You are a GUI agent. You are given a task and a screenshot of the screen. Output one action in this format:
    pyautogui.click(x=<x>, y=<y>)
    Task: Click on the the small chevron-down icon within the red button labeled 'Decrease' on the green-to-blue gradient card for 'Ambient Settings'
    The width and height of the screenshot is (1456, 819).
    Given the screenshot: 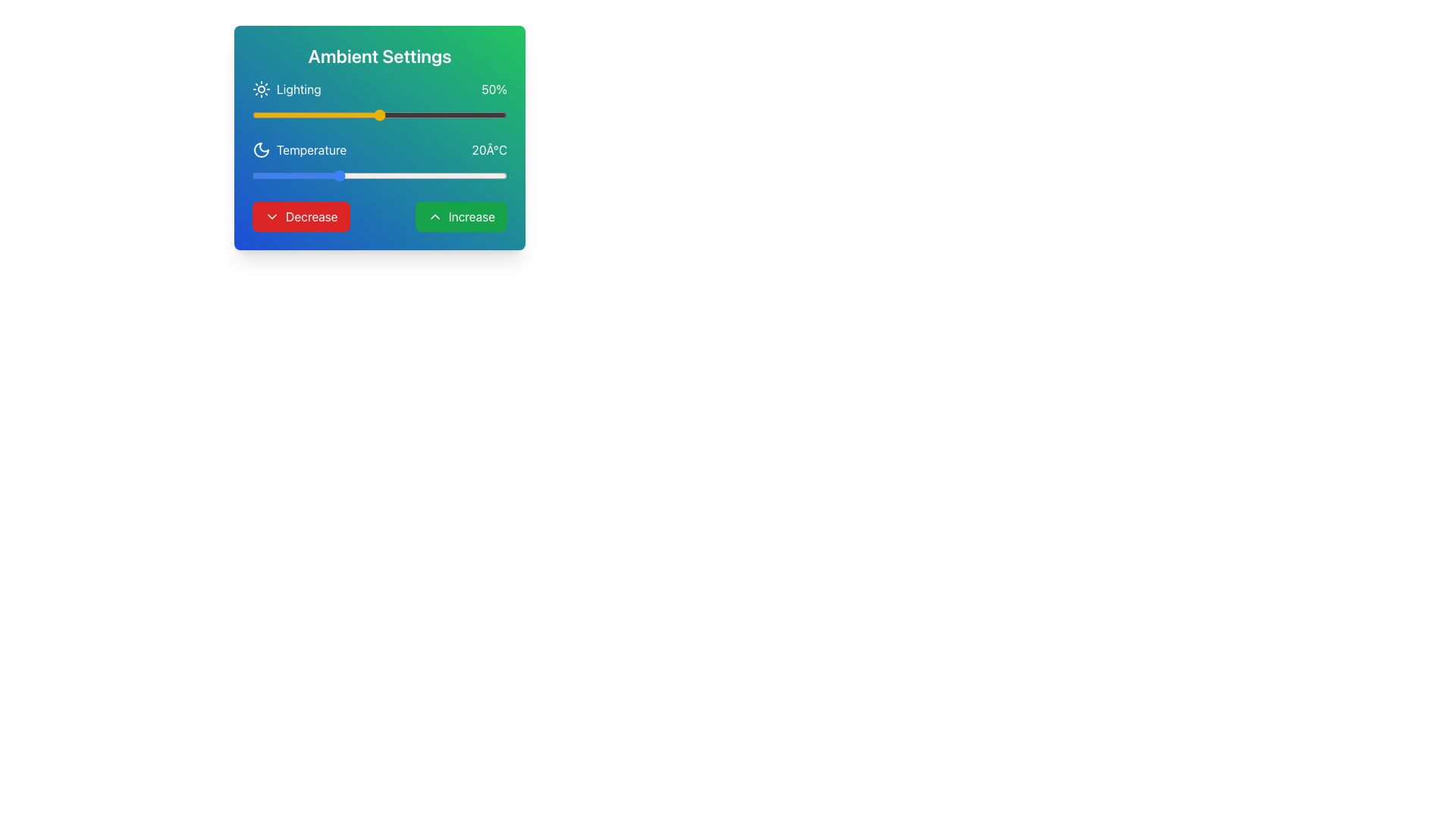 What is the action you would take?
    pyautogui.click(x=272, y=216)
    